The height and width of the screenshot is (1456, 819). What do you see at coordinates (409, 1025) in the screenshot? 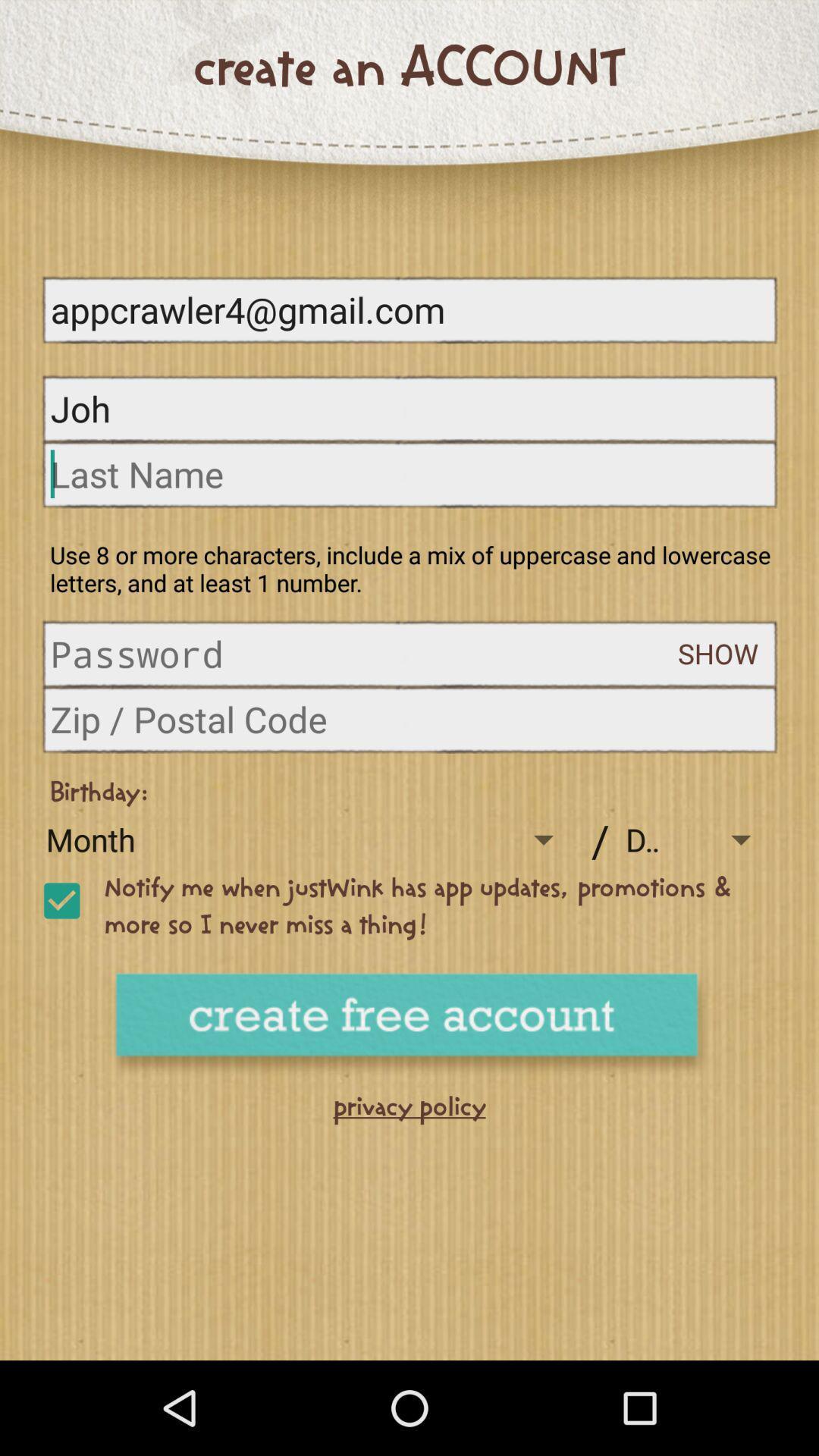
I see `new account` at bounding box center [409, 1025].